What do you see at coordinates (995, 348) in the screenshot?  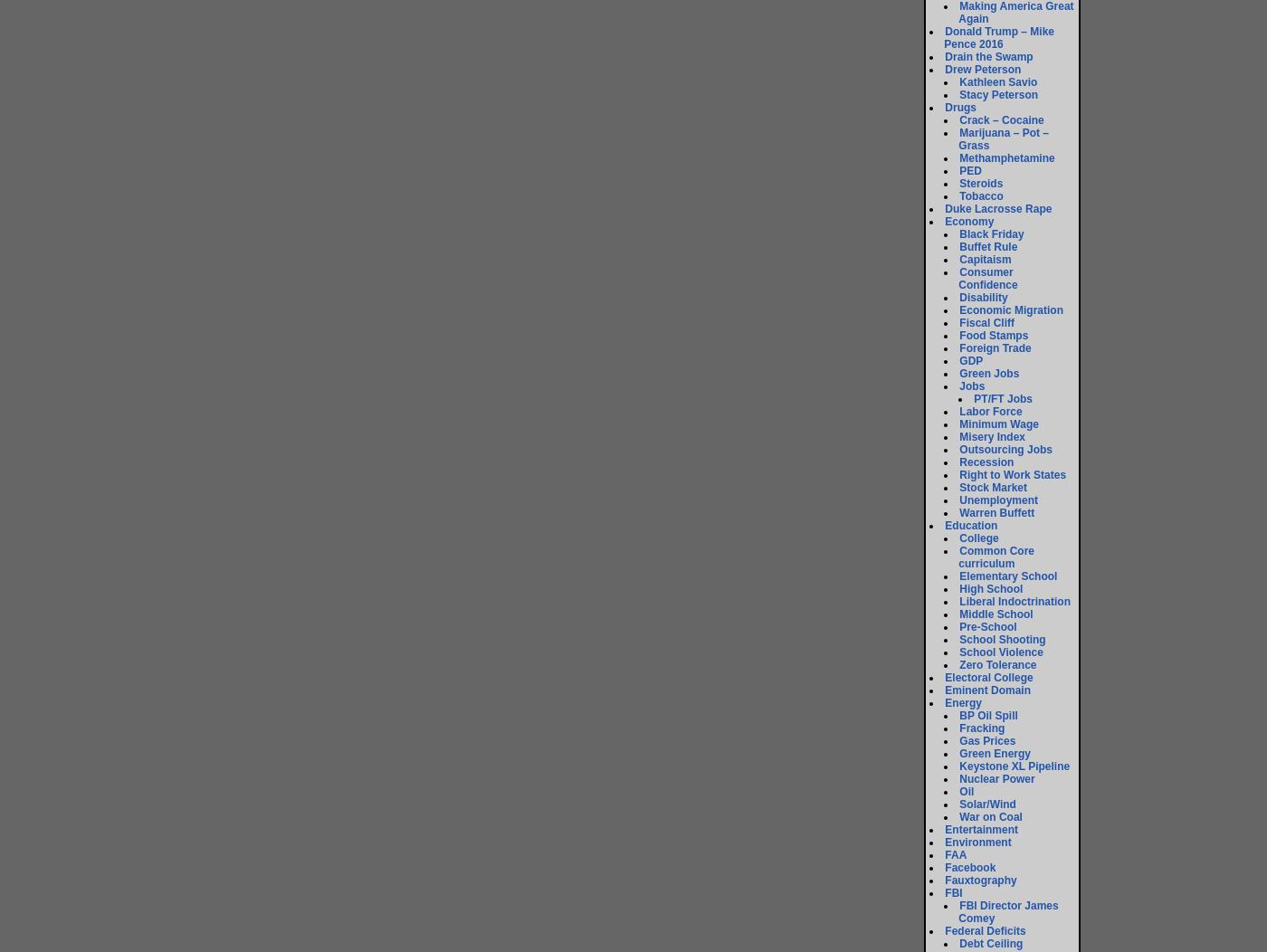 I see `'Foreign Trade'` at bounding box center [995, 348].